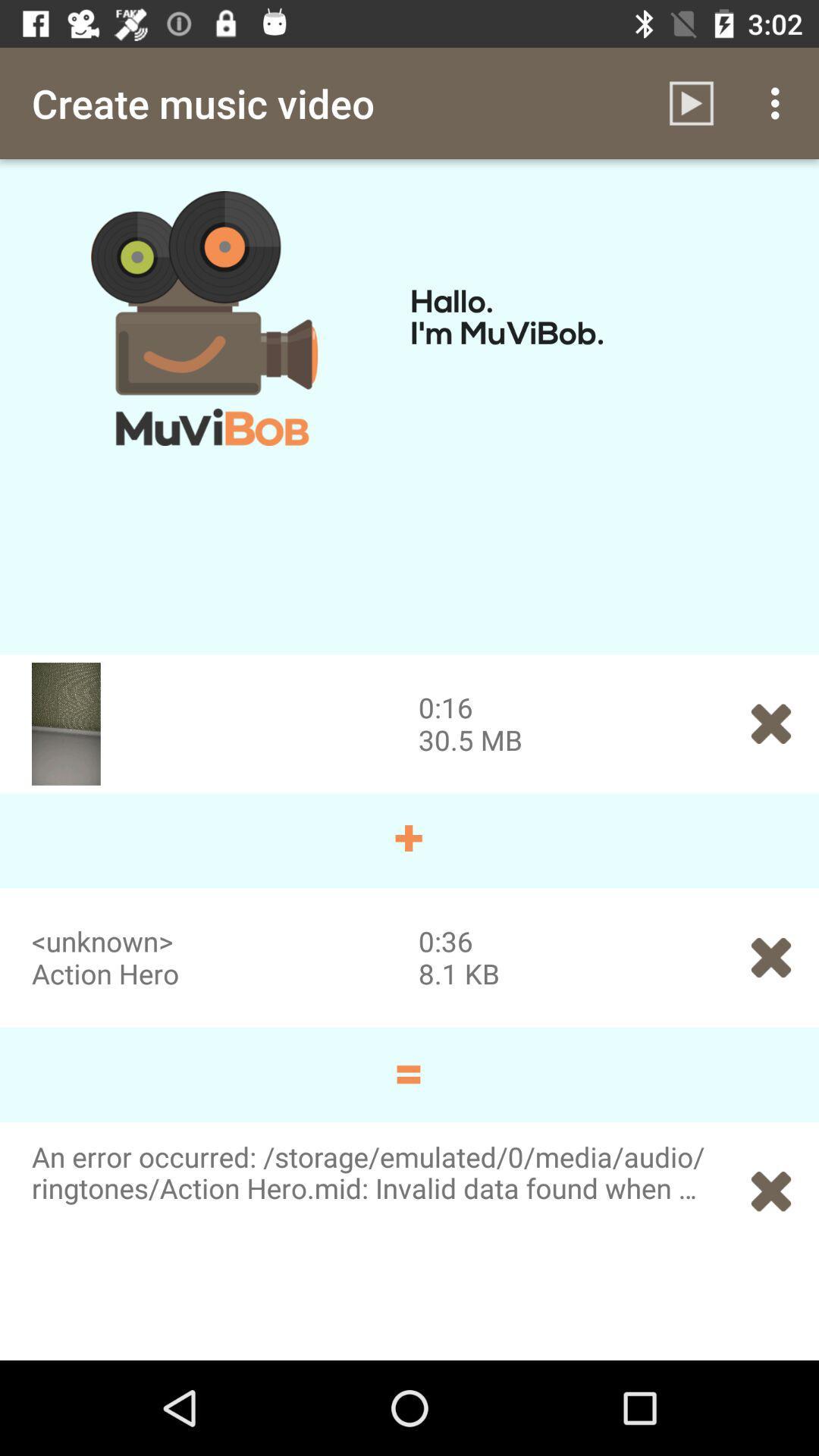 The image size is (819, 1456). Describe the element at coordinates (771, 956) in the screenshot. I see `the close icon` at that location.